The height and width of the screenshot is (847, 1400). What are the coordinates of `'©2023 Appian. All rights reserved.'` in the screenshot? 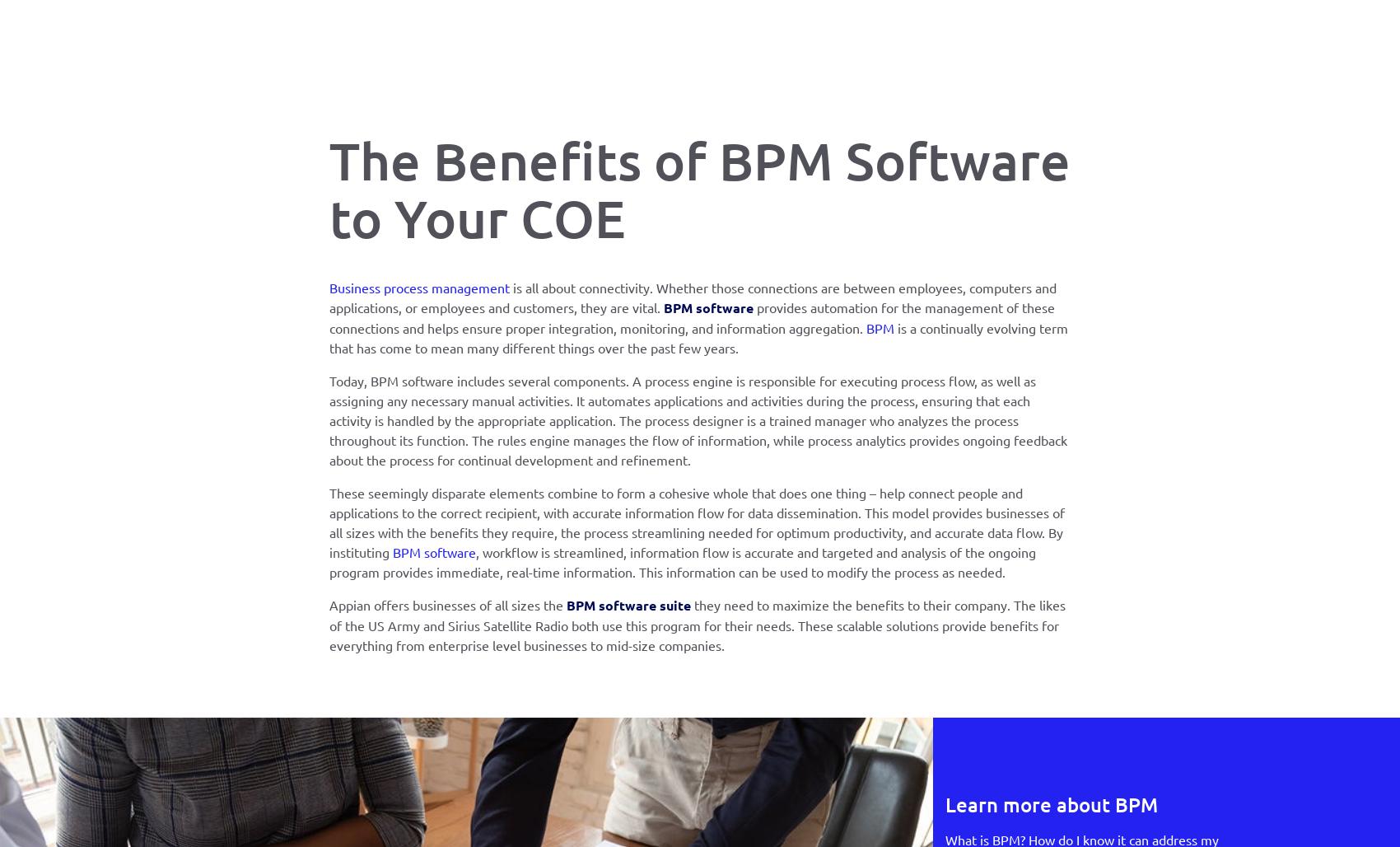 It's located at (296, 632).